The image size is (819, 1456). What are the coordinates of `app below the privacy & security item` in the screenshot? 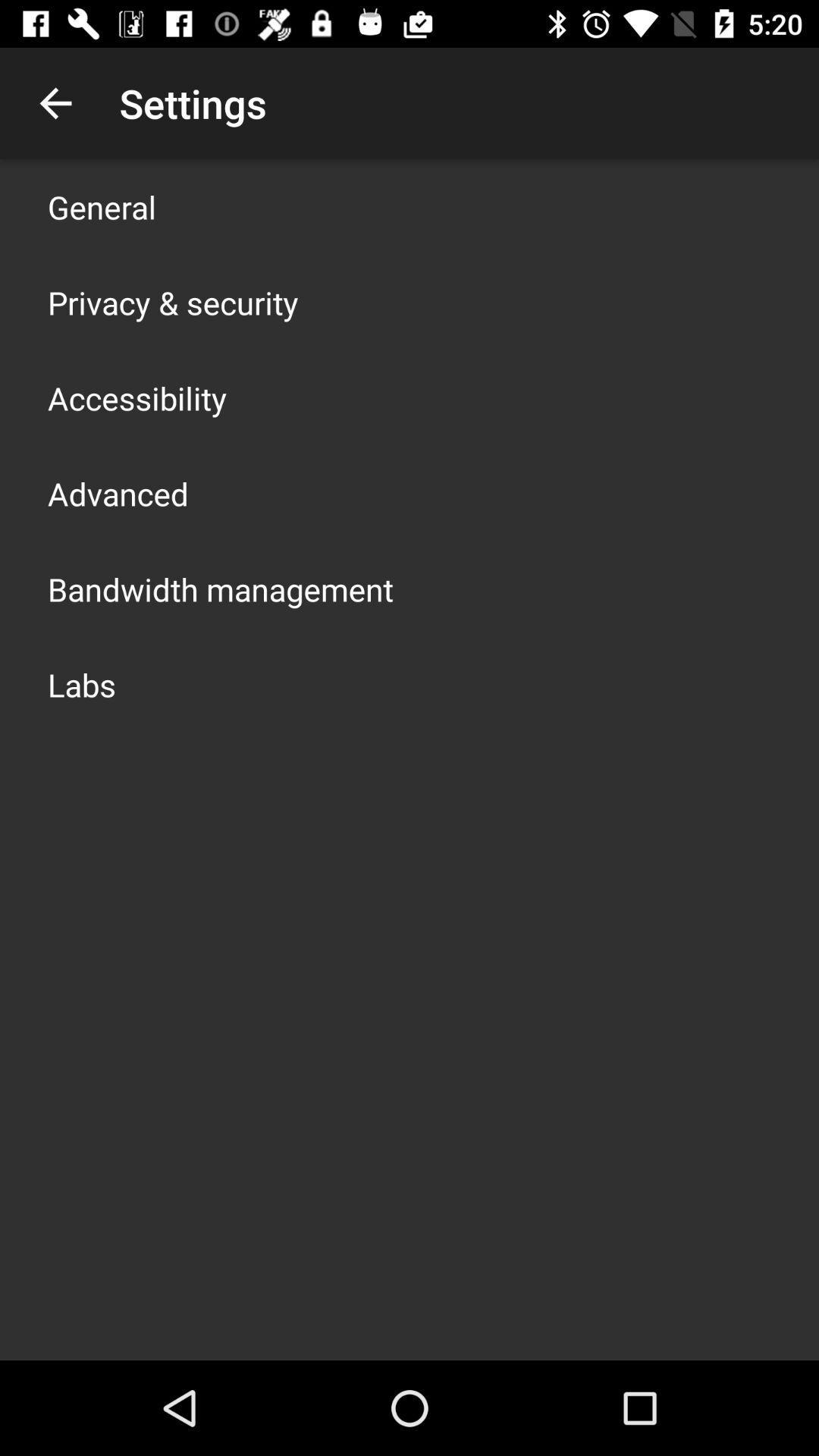 It's located at (137, 397).